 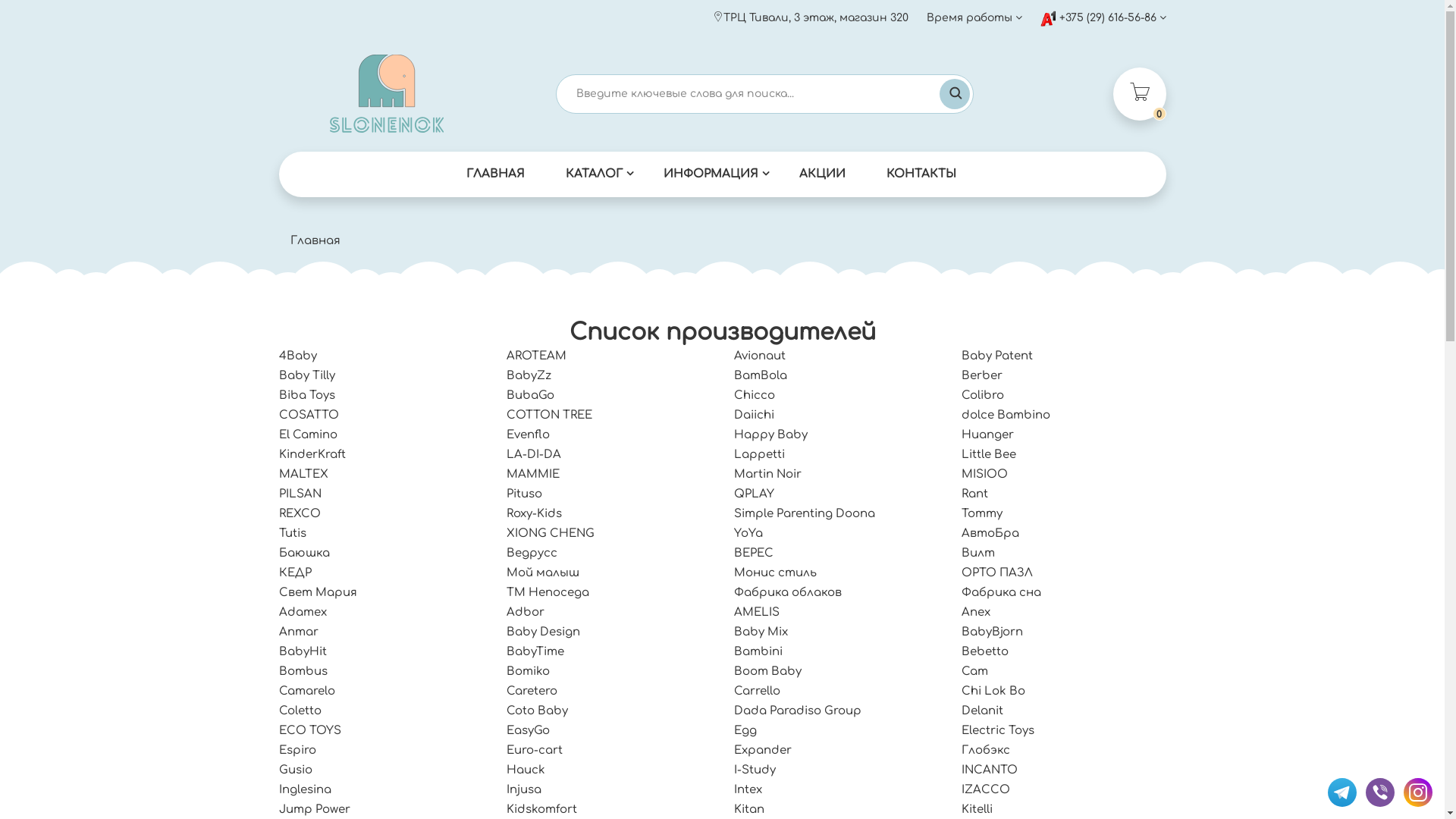 I want to click on 'Kidskomfort', so click(x=541, y=808).